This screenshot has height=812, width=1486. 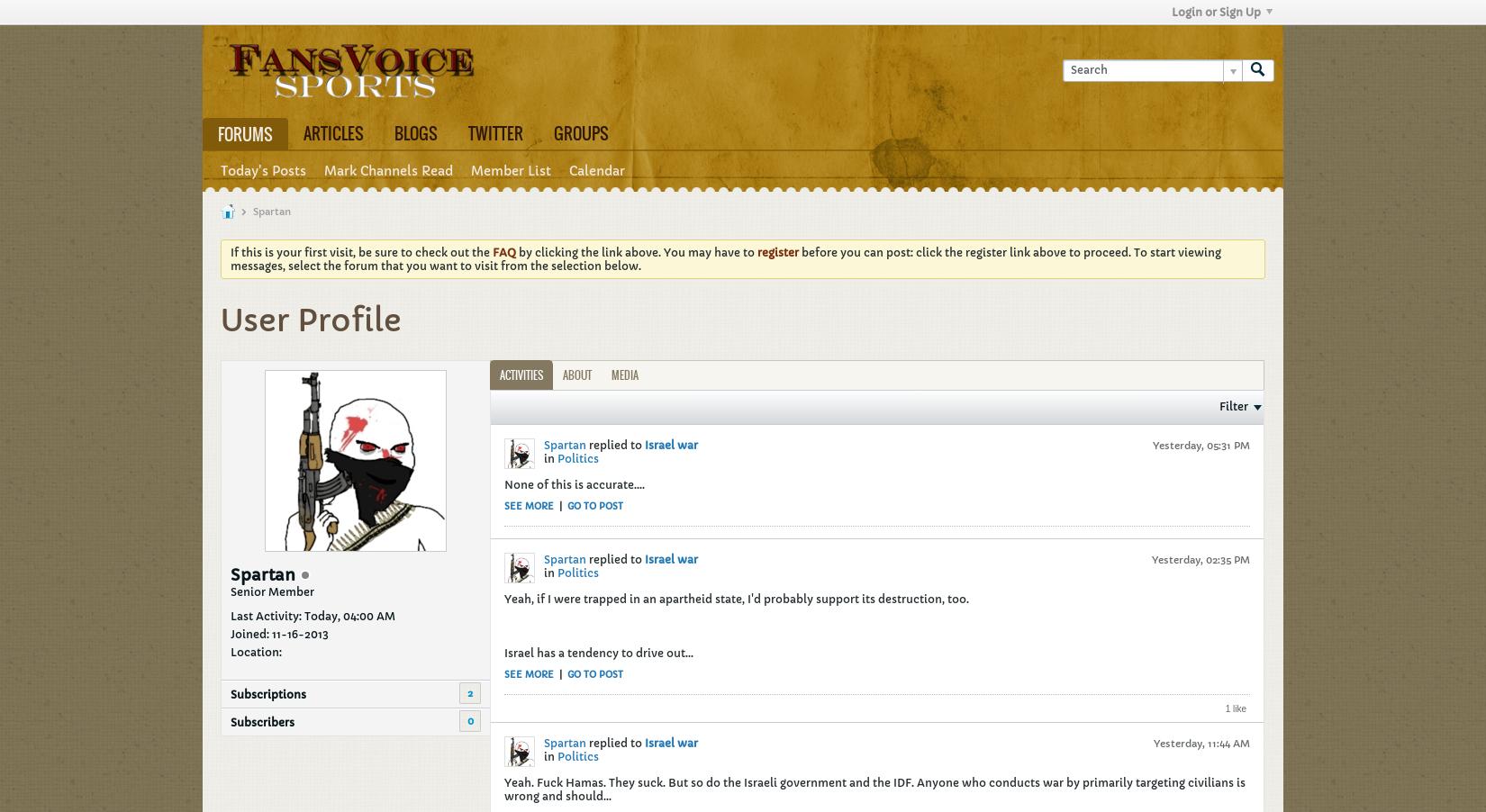 I want to click on 'Filter', so click(x=1232, y=406).